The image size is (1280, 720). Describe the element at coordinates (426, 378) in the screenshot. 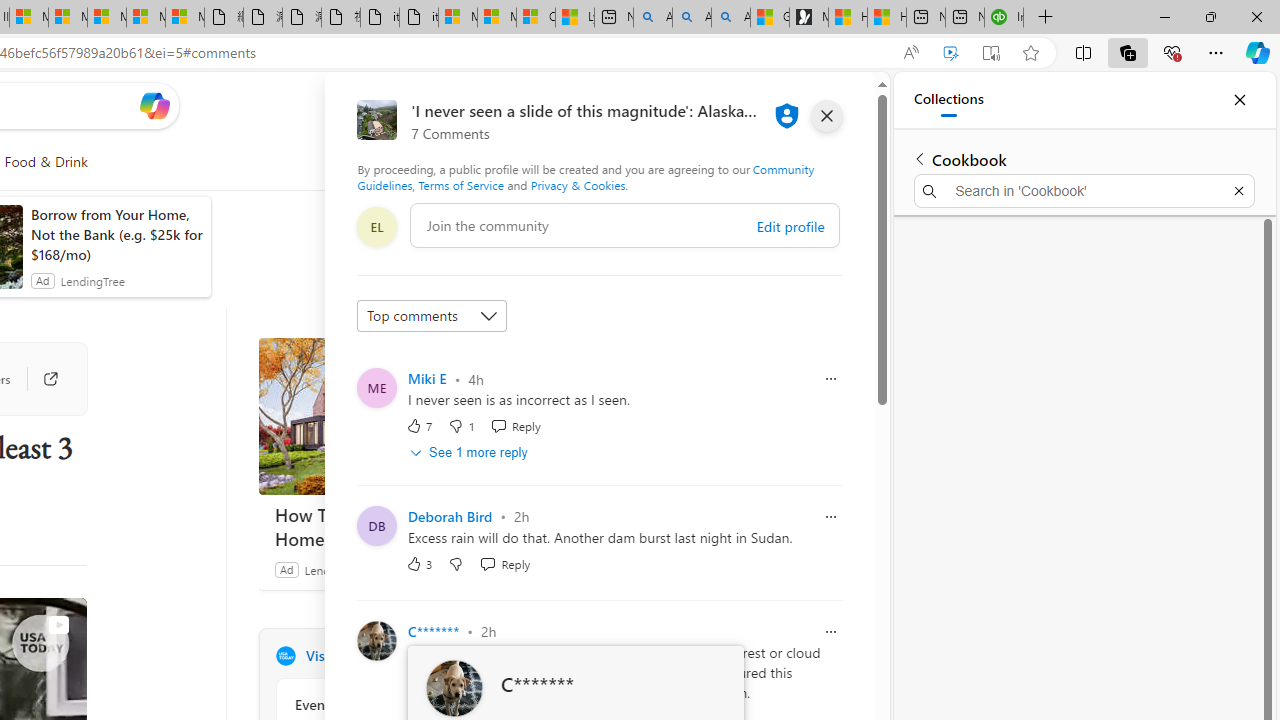

I see `'Miki E'` at that location.